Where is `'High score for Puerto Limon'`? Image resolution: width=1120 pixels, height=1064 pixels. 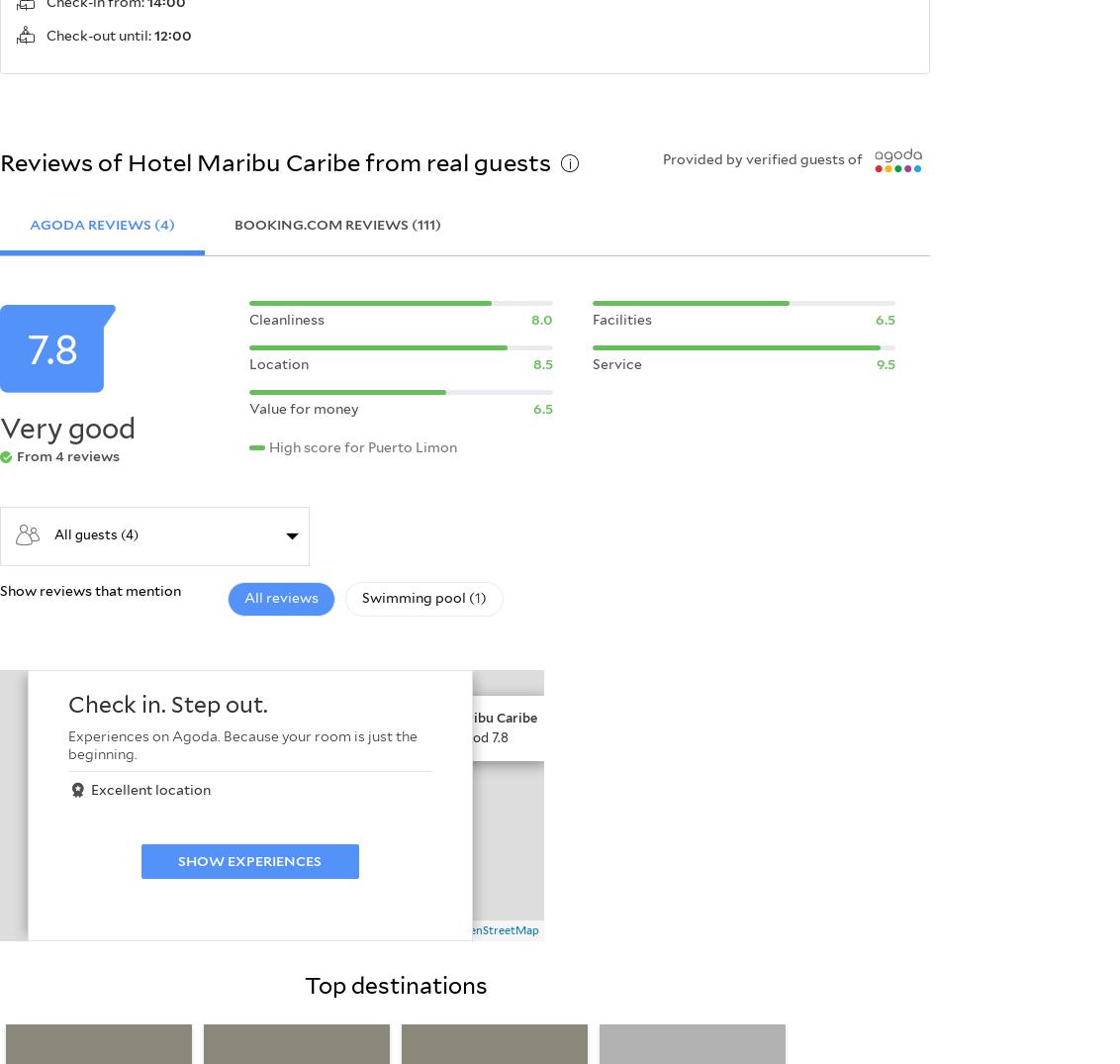 'High score for Puerto Limon' is located at coordinates (362, 445).